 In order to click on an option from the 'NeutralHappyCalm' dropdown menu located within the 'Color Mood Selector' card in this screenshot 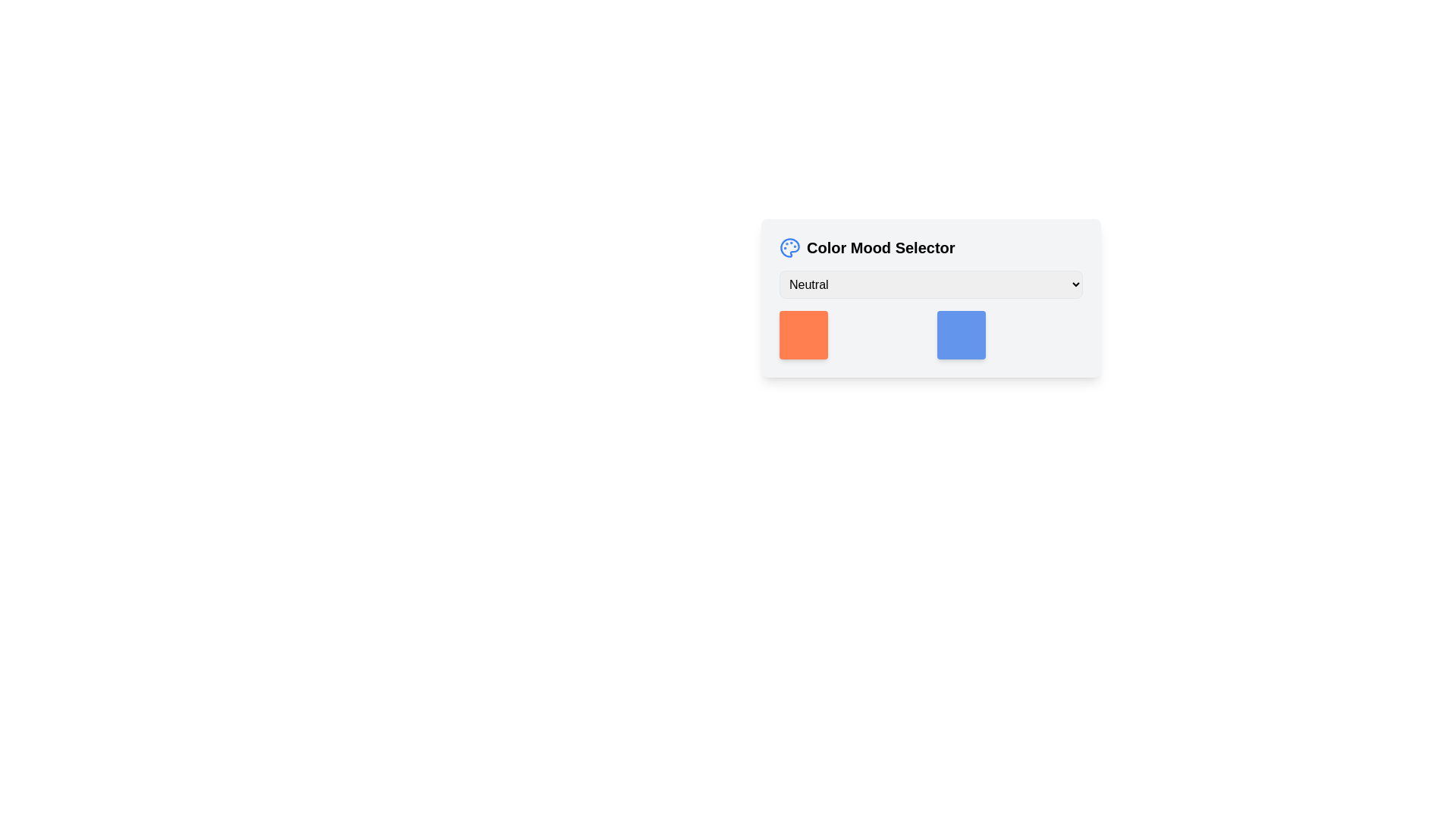, I will do `click(930, 284)`.